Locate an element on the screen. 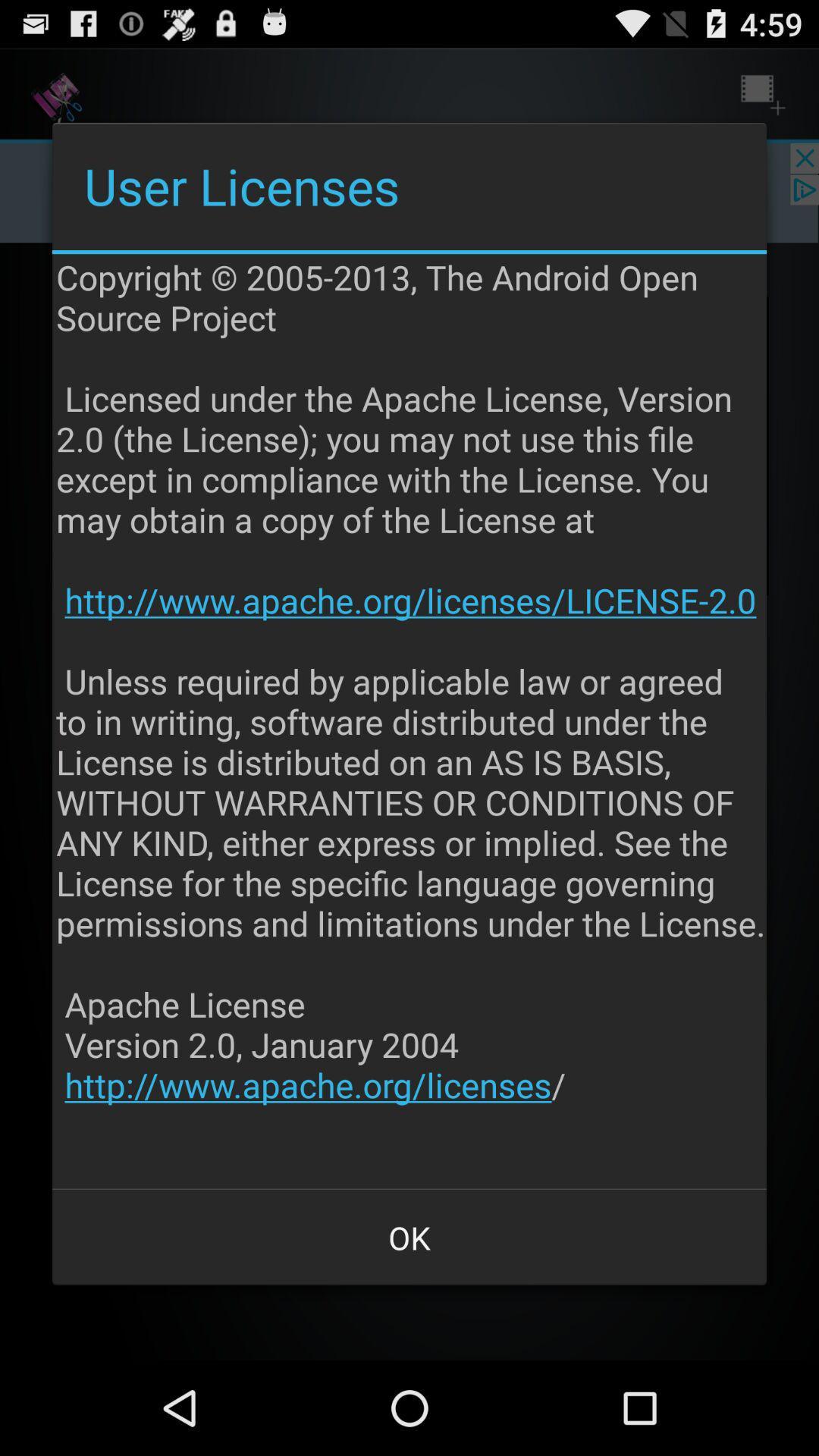 This screenshot has width=819, height=1456. the copyright 2005 2013 app is located at coordinates (411, 720).